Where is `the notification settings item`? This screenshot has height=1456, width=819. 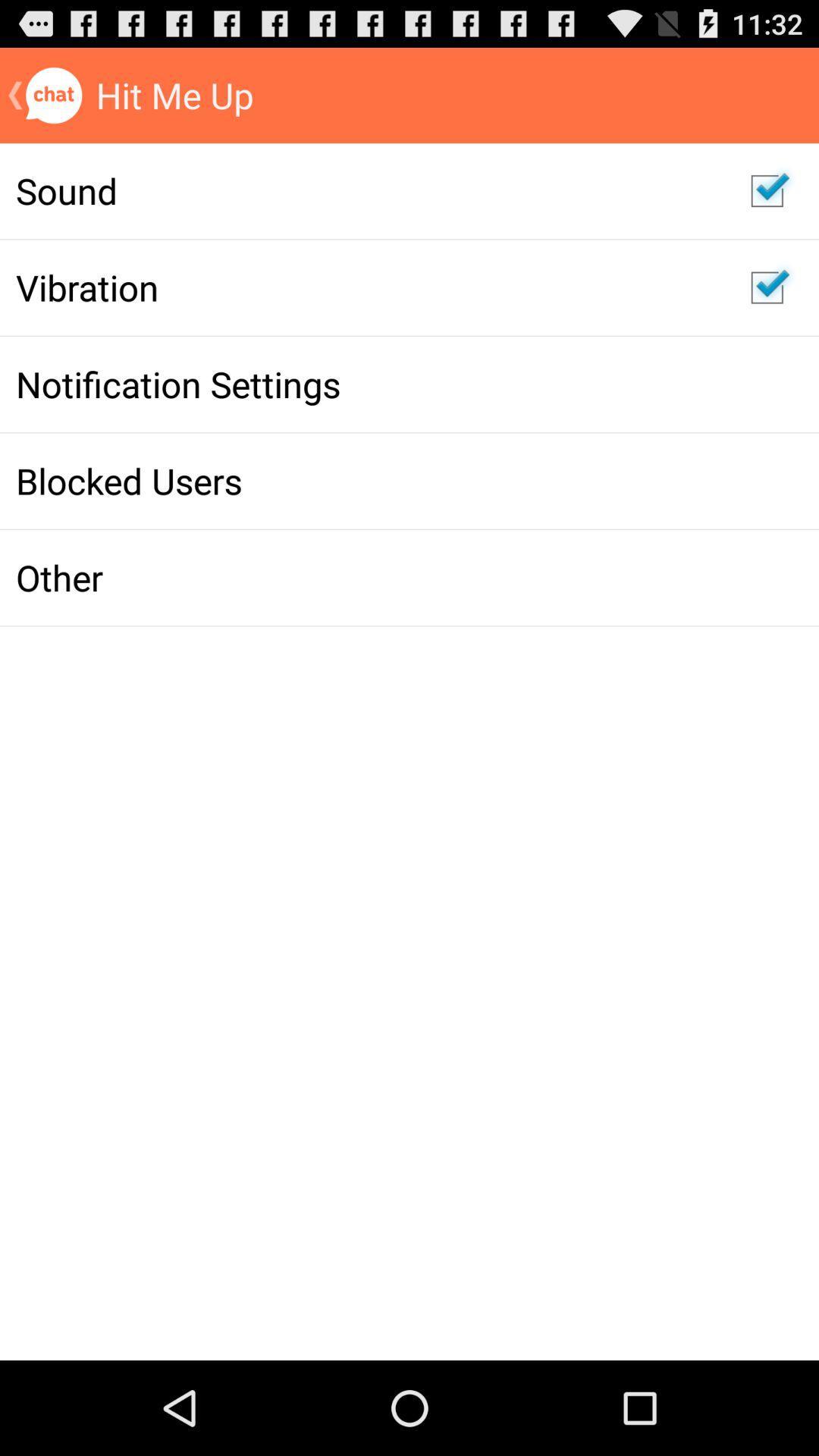
the notification settings item is located at coordinates (367, 384).